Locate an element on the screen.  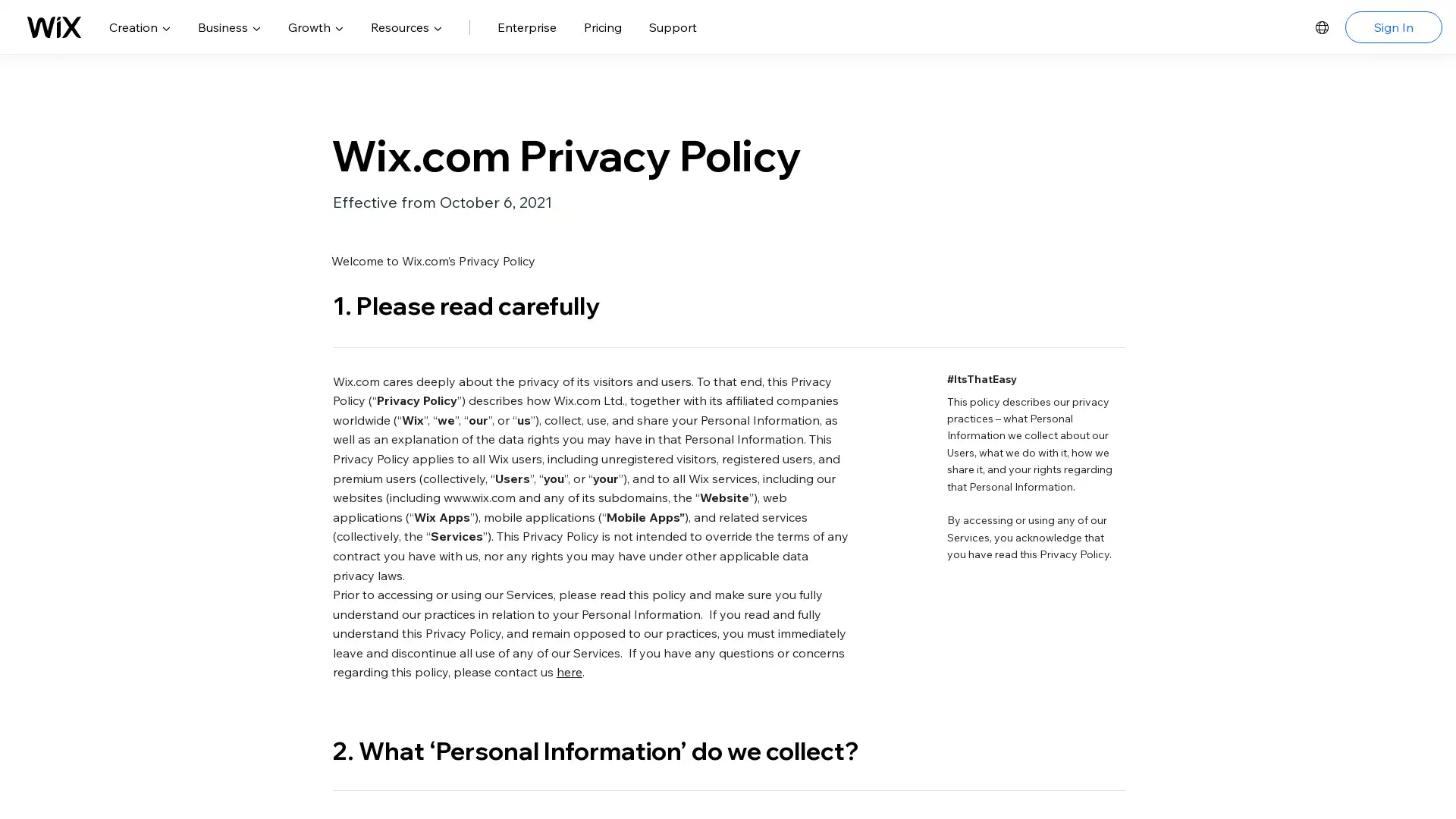
Growth is located at coordinates (315, 26).